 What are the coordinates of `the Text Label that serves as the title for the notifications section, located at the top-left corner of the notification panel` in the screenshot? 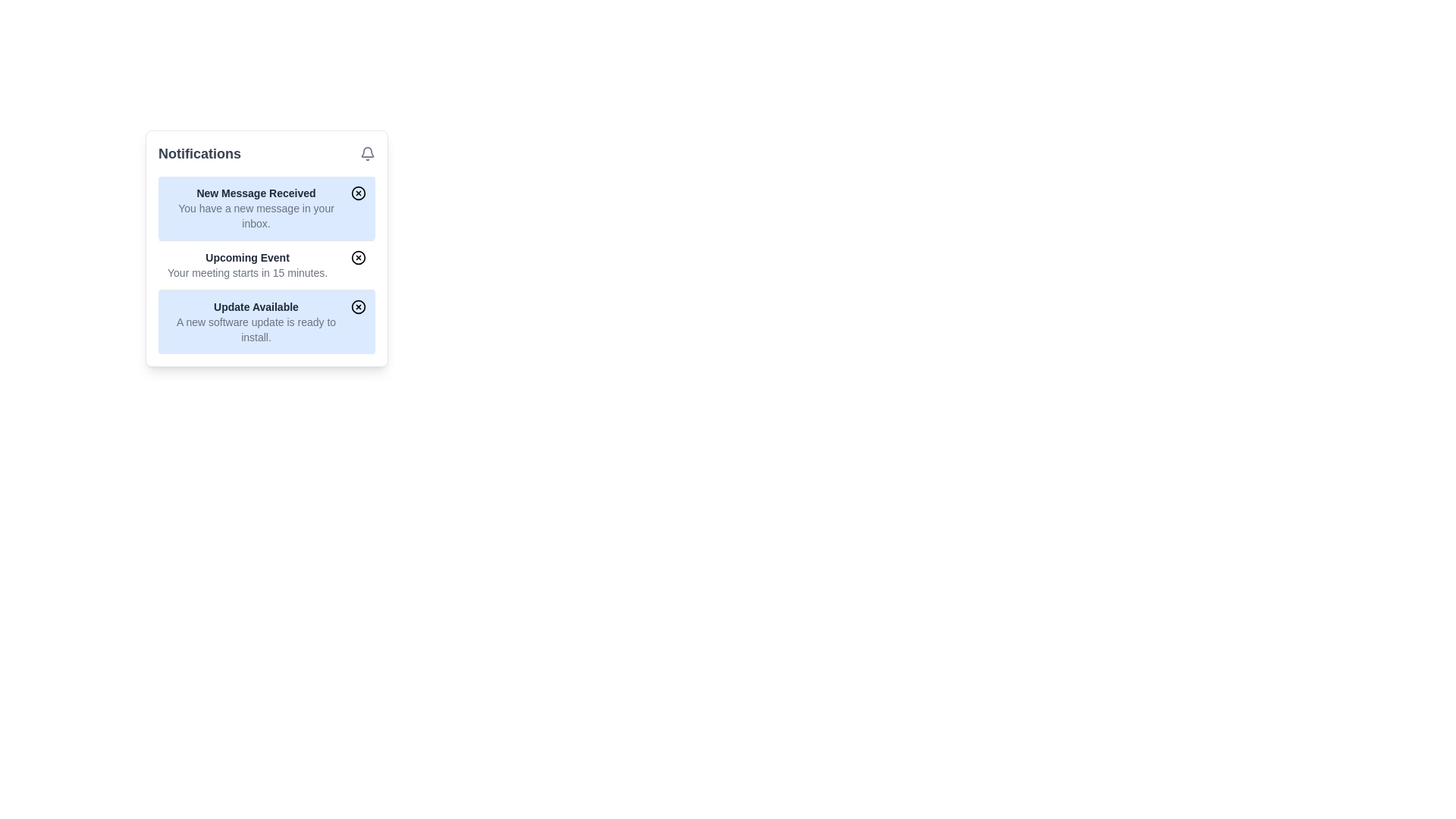 It's located at (199, 154).